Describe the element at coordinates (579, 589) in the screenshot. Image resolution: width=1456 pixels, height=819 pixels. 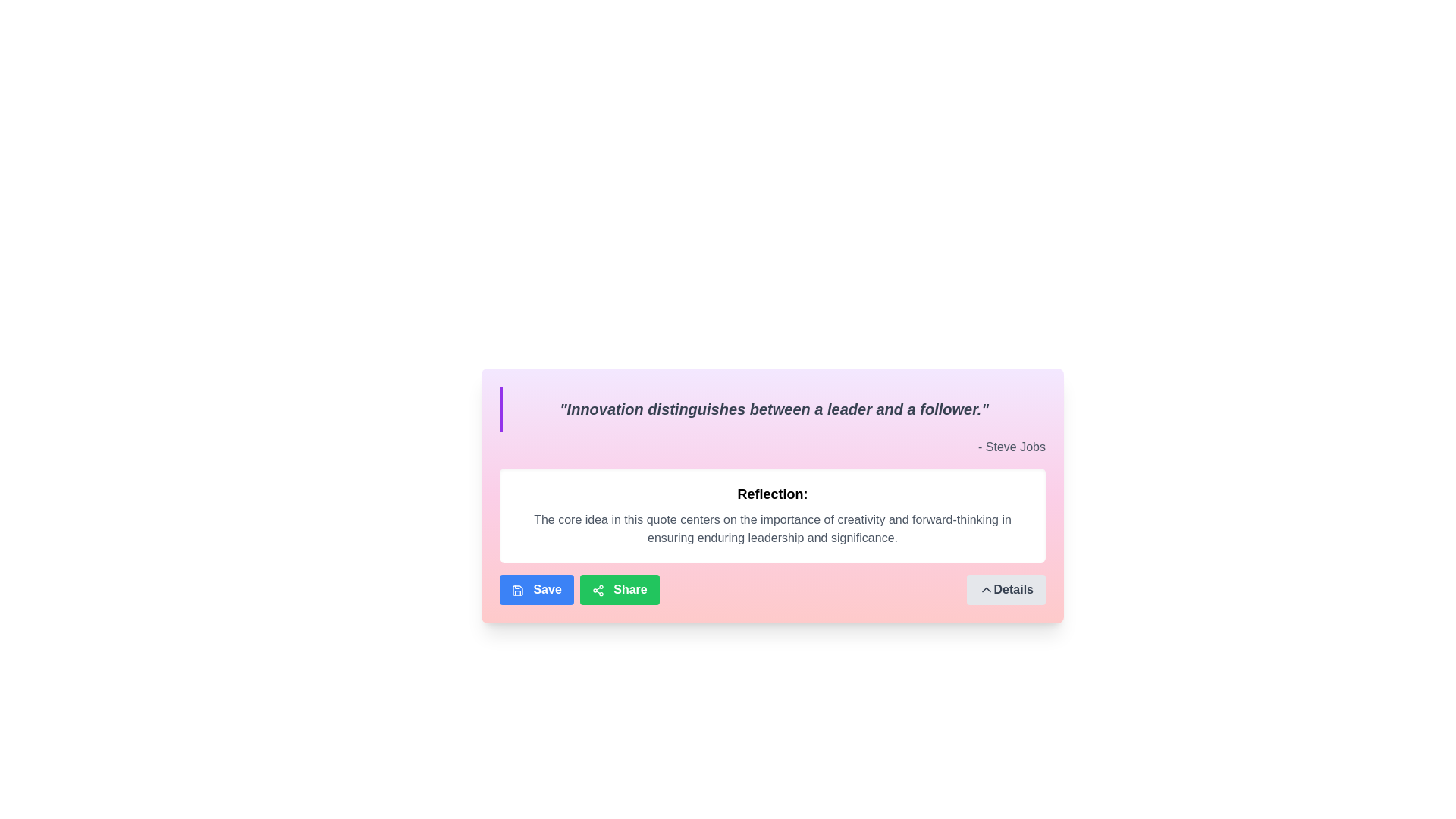
I see `the Grouped interactive buttons (Save and Share) located at the bottom left of the quote card interface` at that location.